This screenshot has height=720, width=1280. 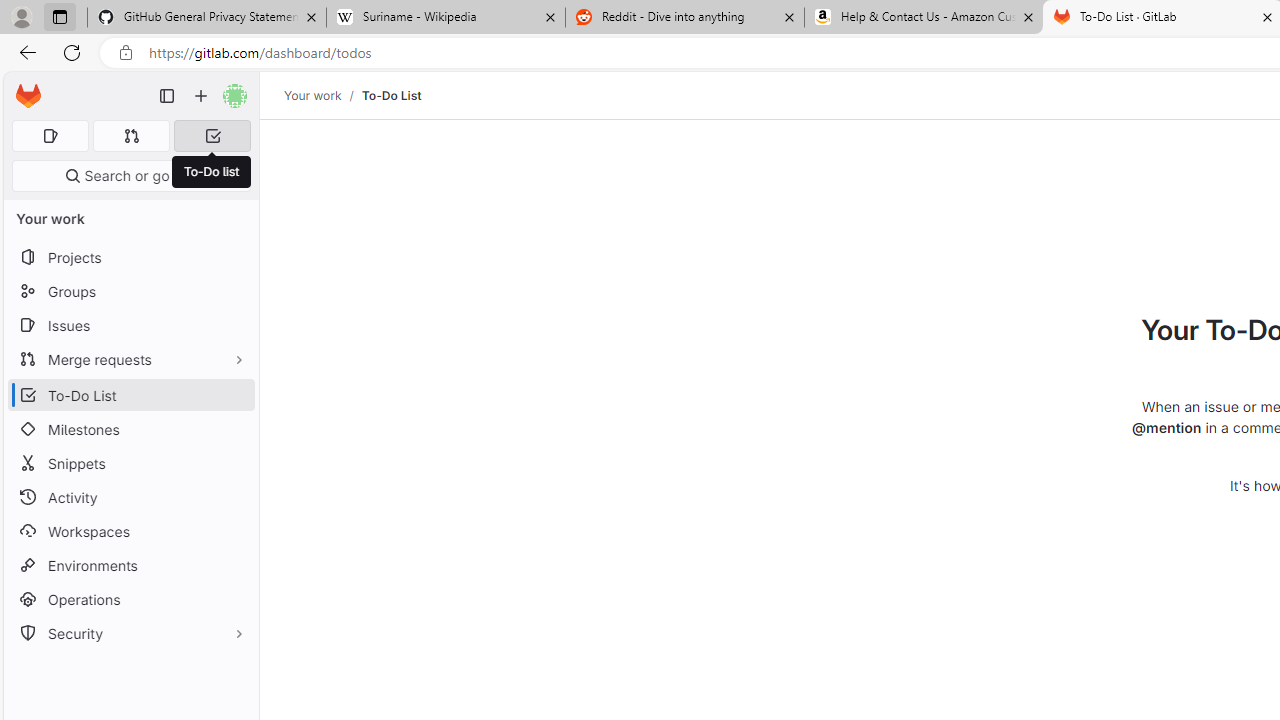 I want to click on 'Groups', so click(x=130, y=291).